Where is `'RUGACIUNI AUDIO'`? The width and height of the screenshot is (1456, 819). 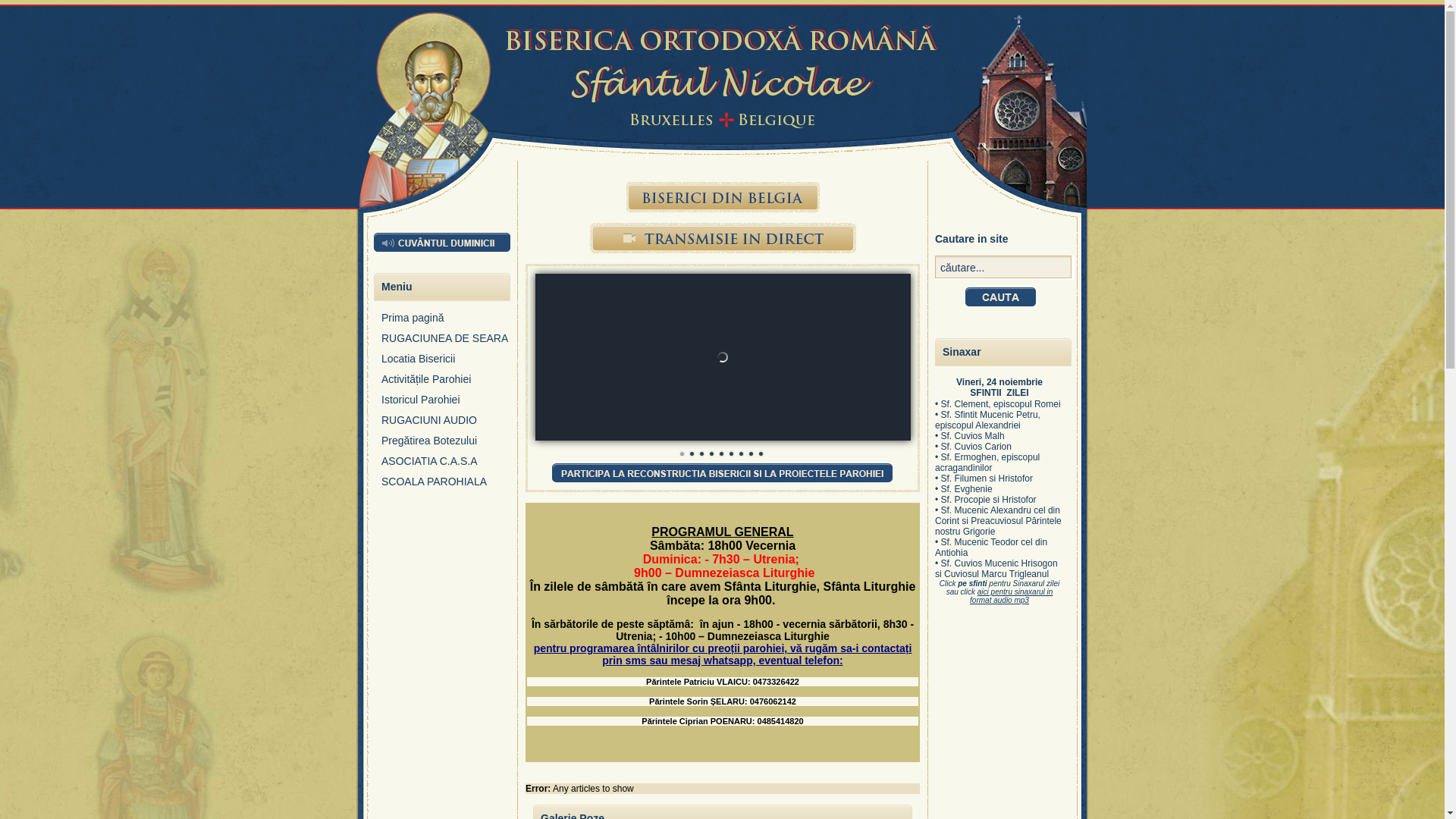
'RUGACIUNI AUDIO' is located at coordinates (381, 424).